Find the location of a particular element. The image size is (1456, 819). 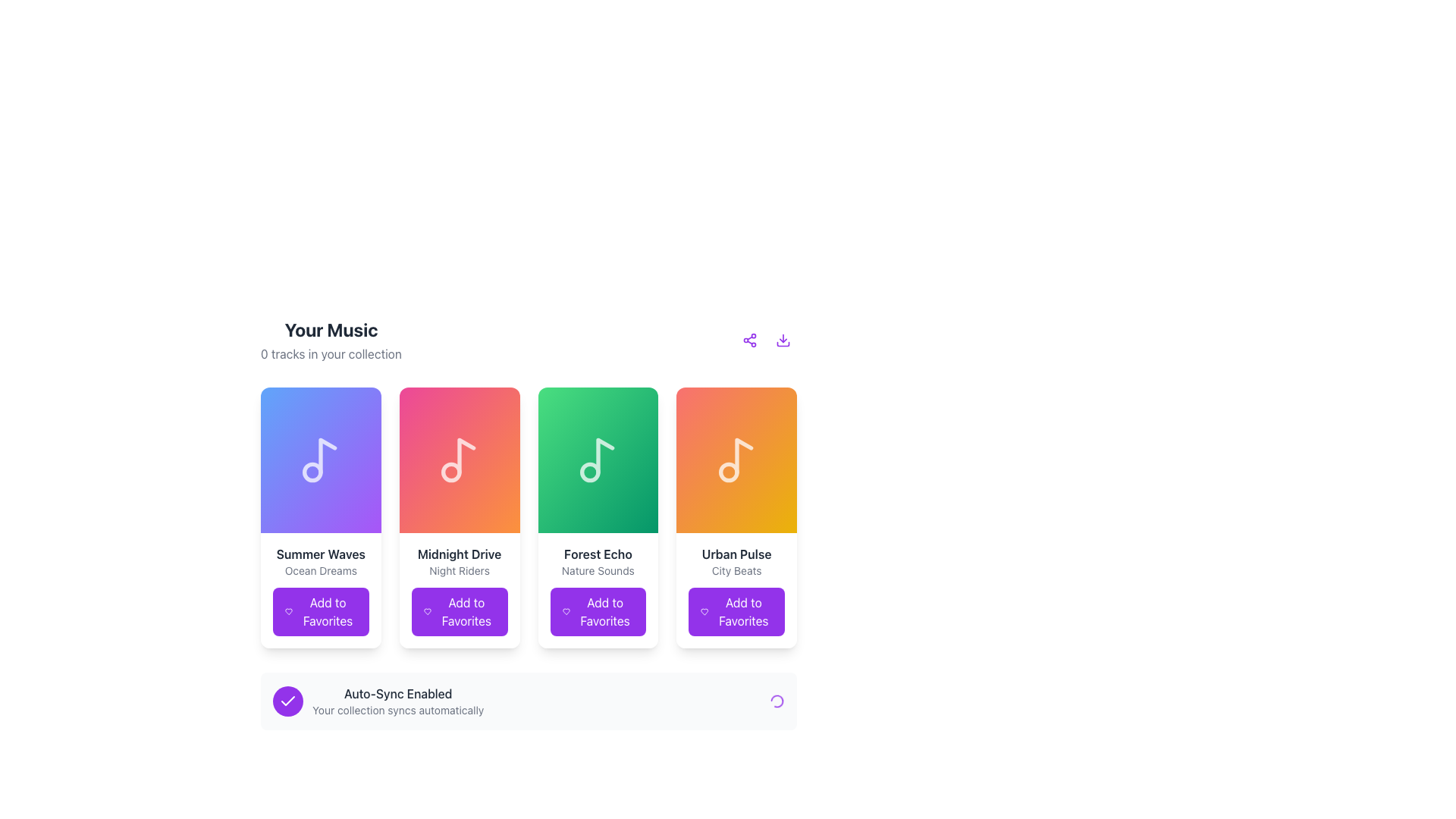

the interactive card in the top-left corner of the music library is located at coordinates (320, 516).